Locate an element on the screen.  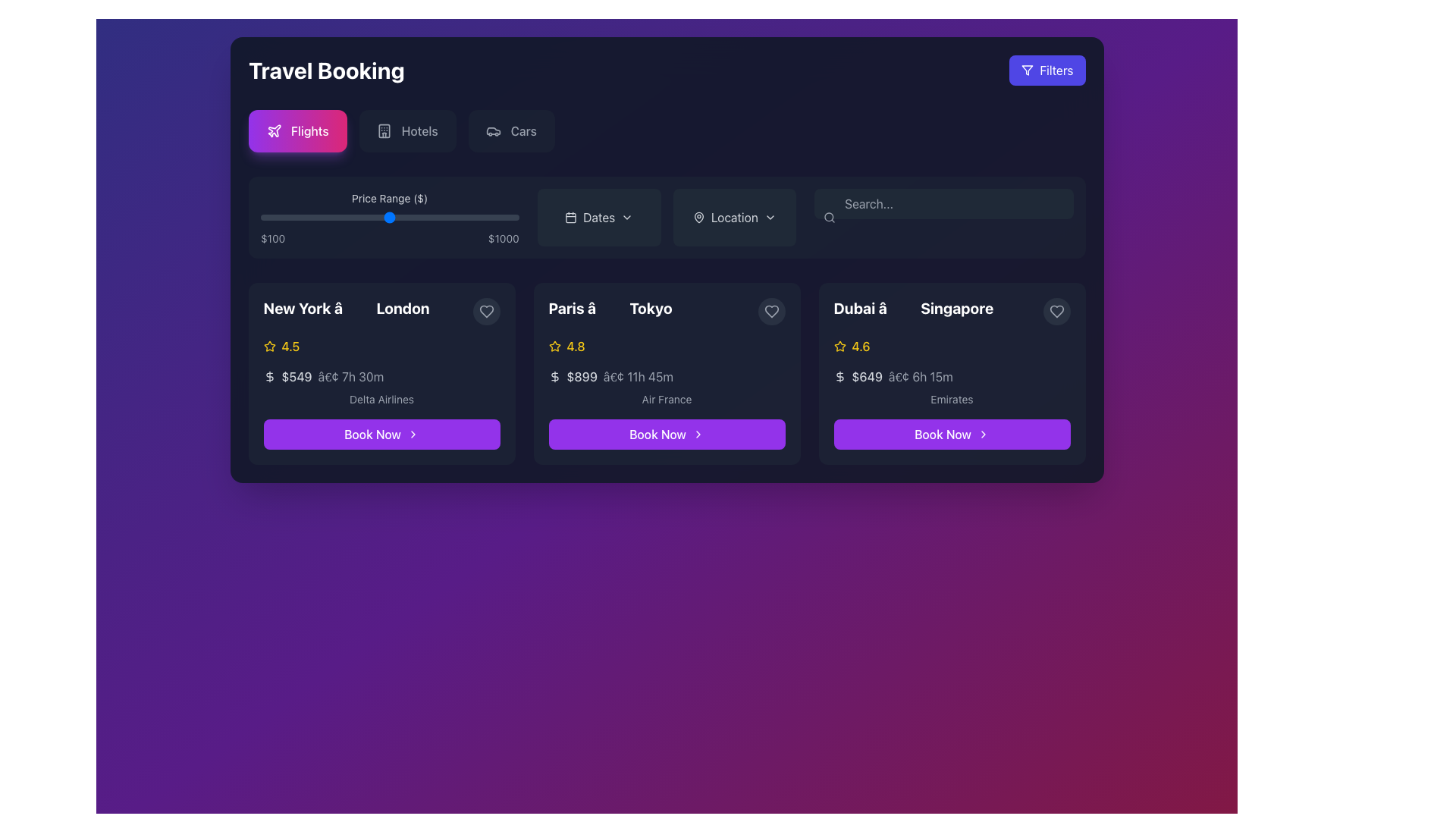
rating value displayed next to the star icon in the upper-left corner of the flight search result card for 'New York to London' is located at coordinates (290, 346).